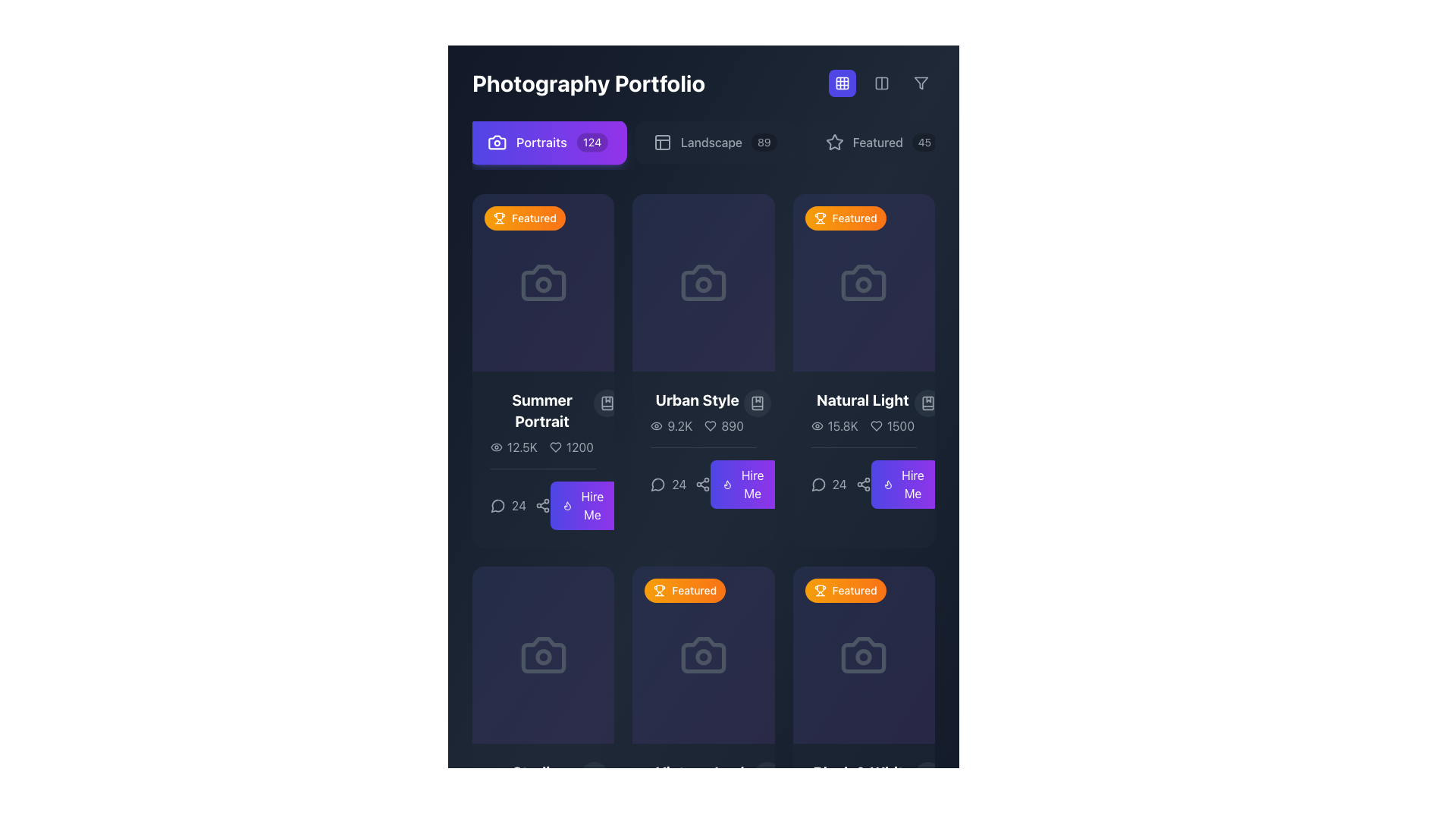 Image resolution: width=1456 pixels, height=819 pixels. I want to click on the 'Hire Me' button on the 'Natural Light' photography feature card, which is the third card in the first row of the grid layout under the 'Photography Portfolio' section, so click(864, 448).